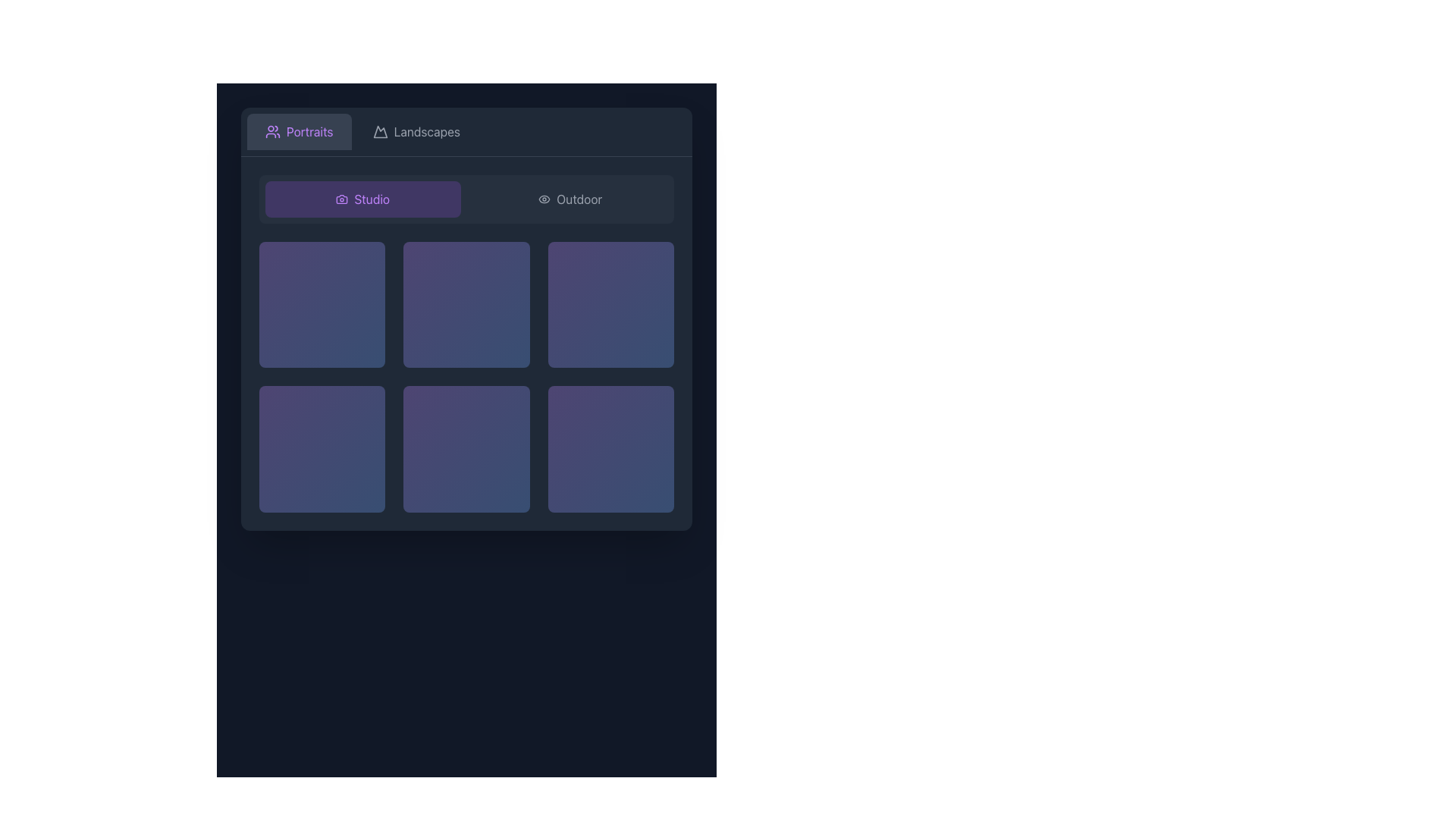 This screenshot has height=819, width=1456. What do you see at coordinates (544, 198) in the screenshot?
I see `the outer arc of the eye icon in the 'Outdoor' tab` at bounding box center [544, 198].